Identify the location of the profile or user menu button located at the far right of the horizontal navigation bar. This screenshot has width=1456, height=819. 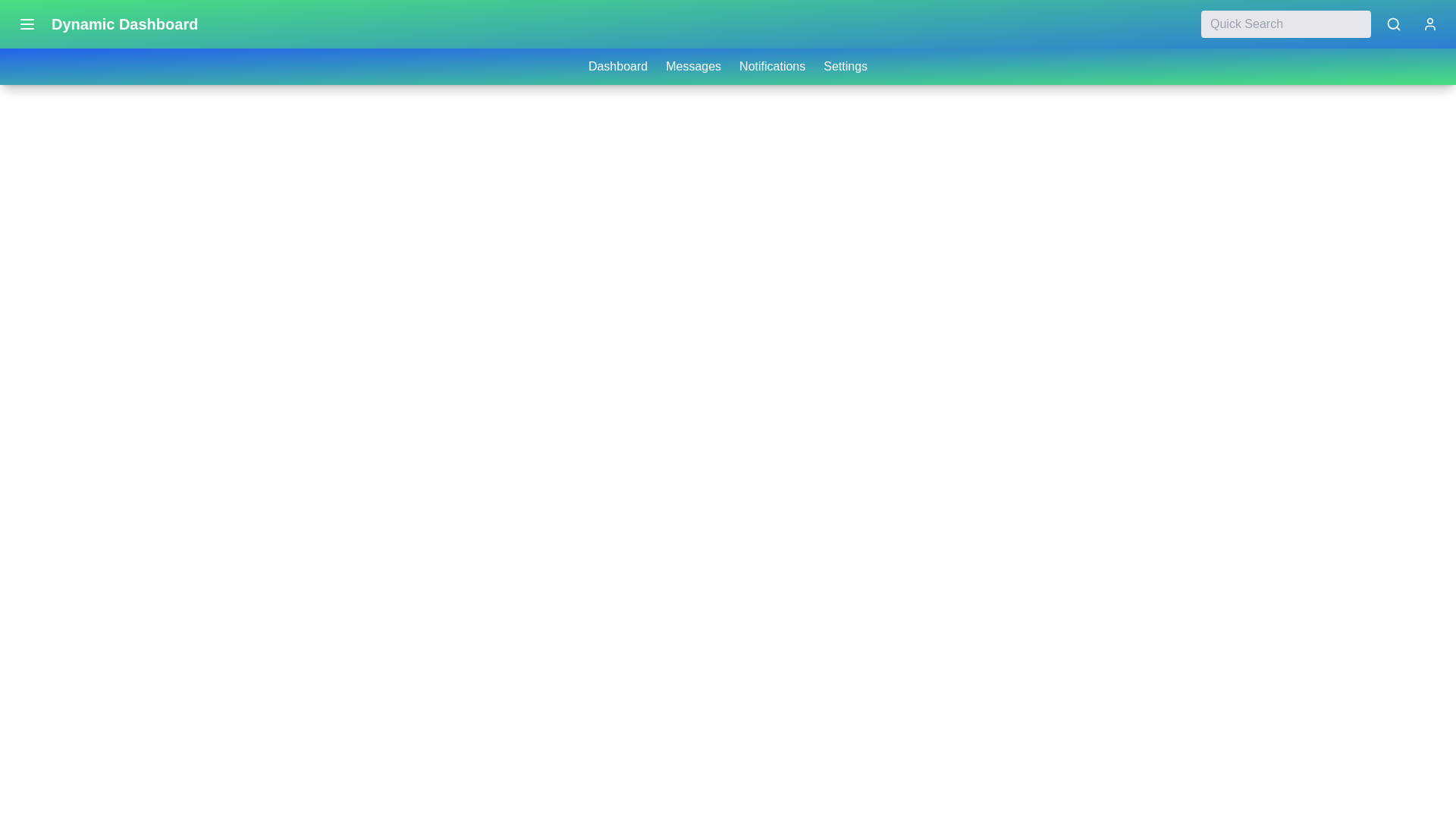
(1429, 24).